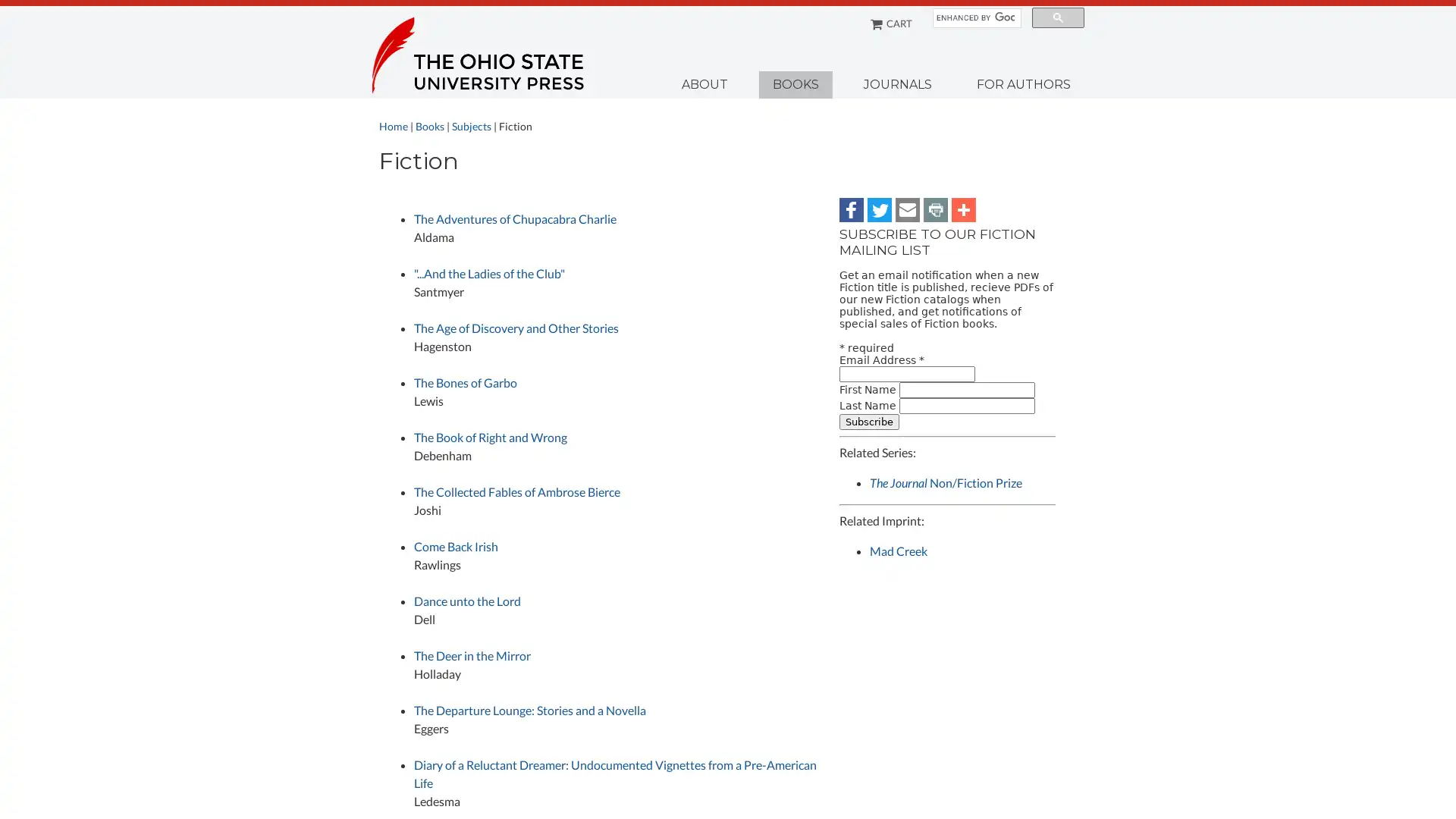  I want to click on Subscribe, so click(869, 421).